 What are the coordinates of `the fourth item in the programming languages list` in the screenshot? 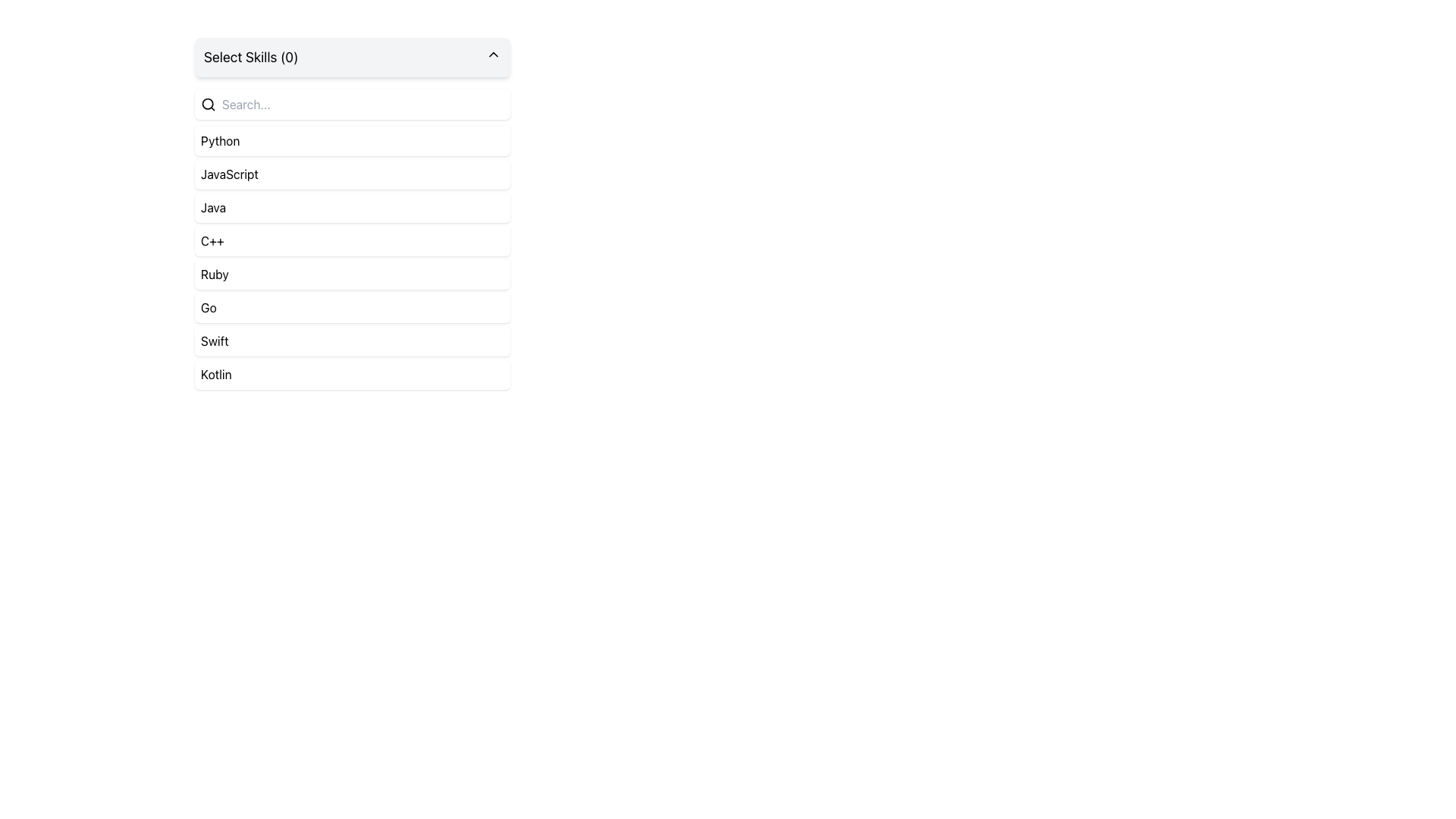 It's located at (352, 240).